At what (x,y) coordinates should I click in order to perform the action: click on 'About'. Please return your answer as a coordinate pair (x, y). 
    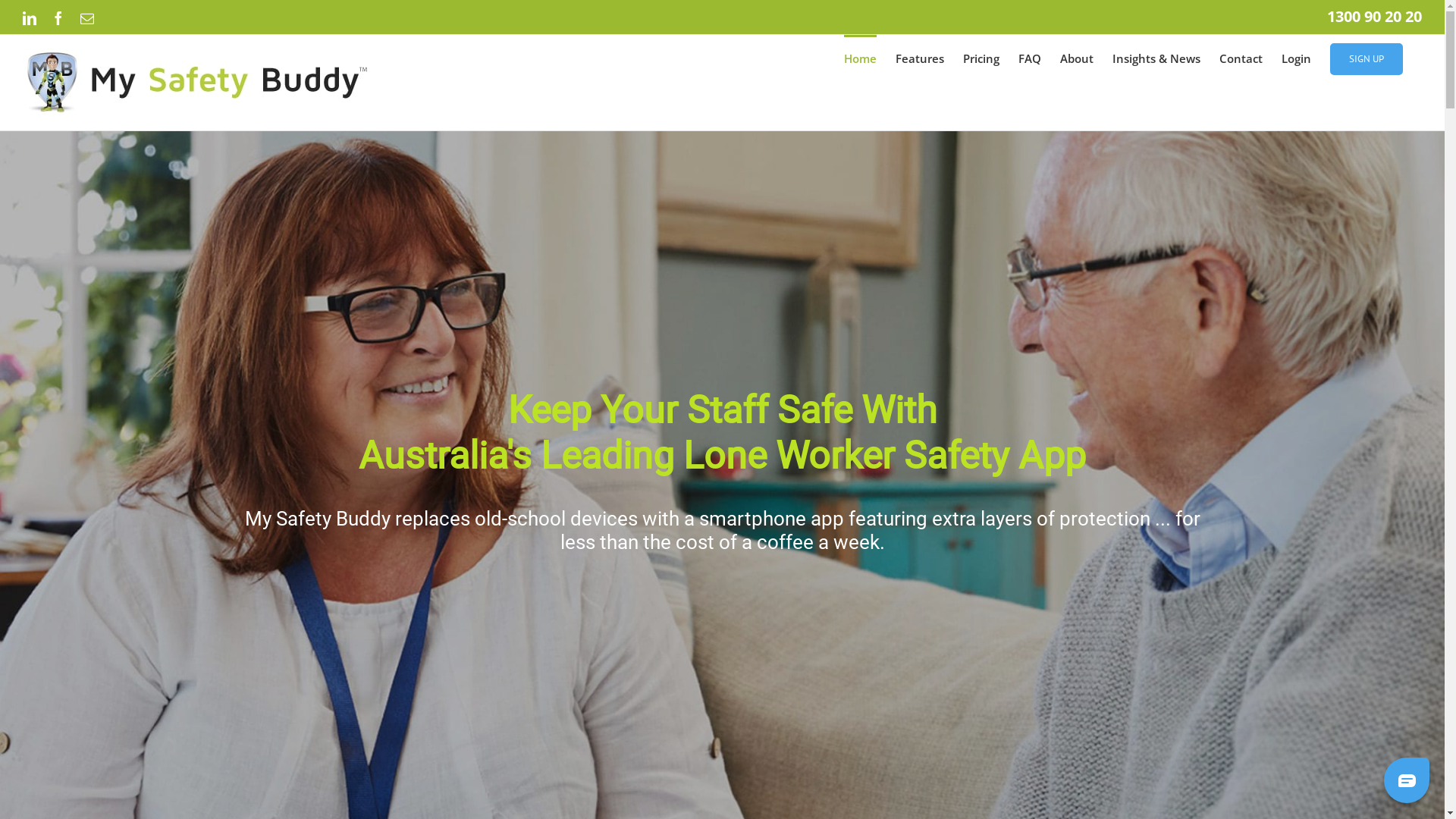
    Looking at the image, I should click on (1059, 57).